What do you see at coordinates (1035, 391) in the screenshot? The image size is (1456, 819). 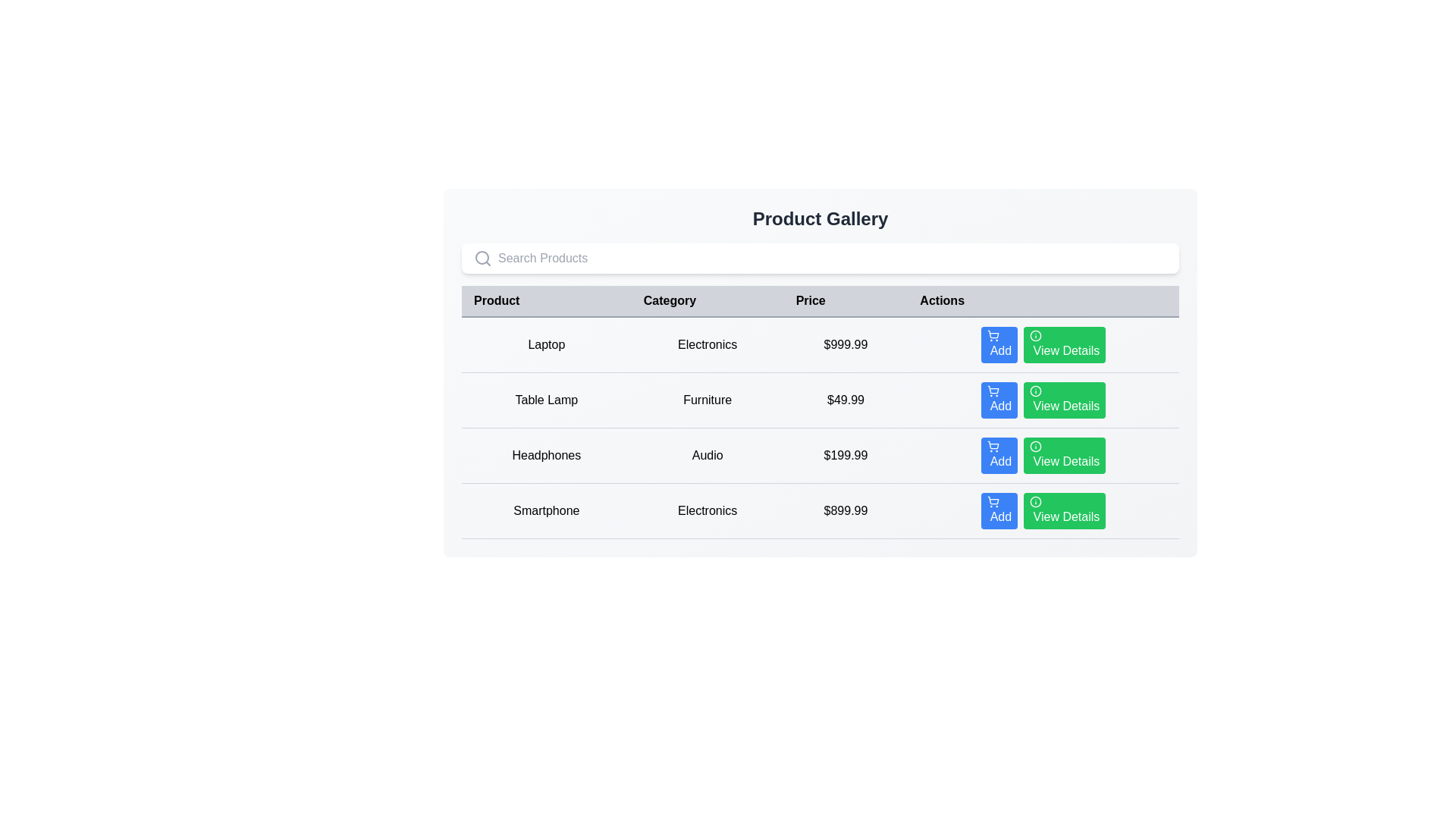 I see `the informational SVG Icon located to the left of the 'View Details' text label in the 'Actions' column of the second row for the 'Table Lamp' product` at bounding box center [1035, 391].